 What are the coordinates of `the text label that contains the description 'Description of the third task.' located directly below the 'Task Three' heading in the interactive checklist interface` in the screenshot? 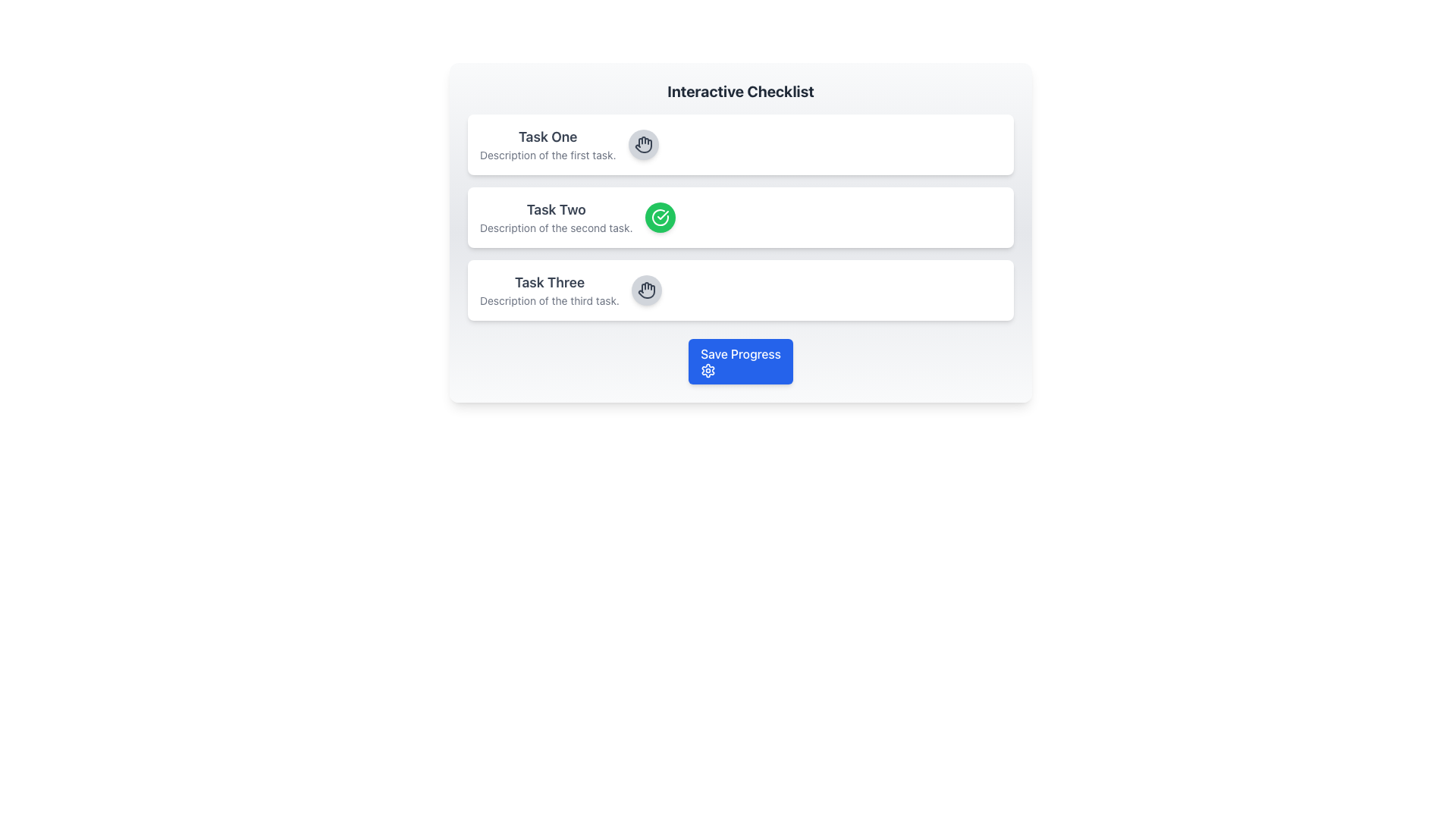 It's located at (548, 301).